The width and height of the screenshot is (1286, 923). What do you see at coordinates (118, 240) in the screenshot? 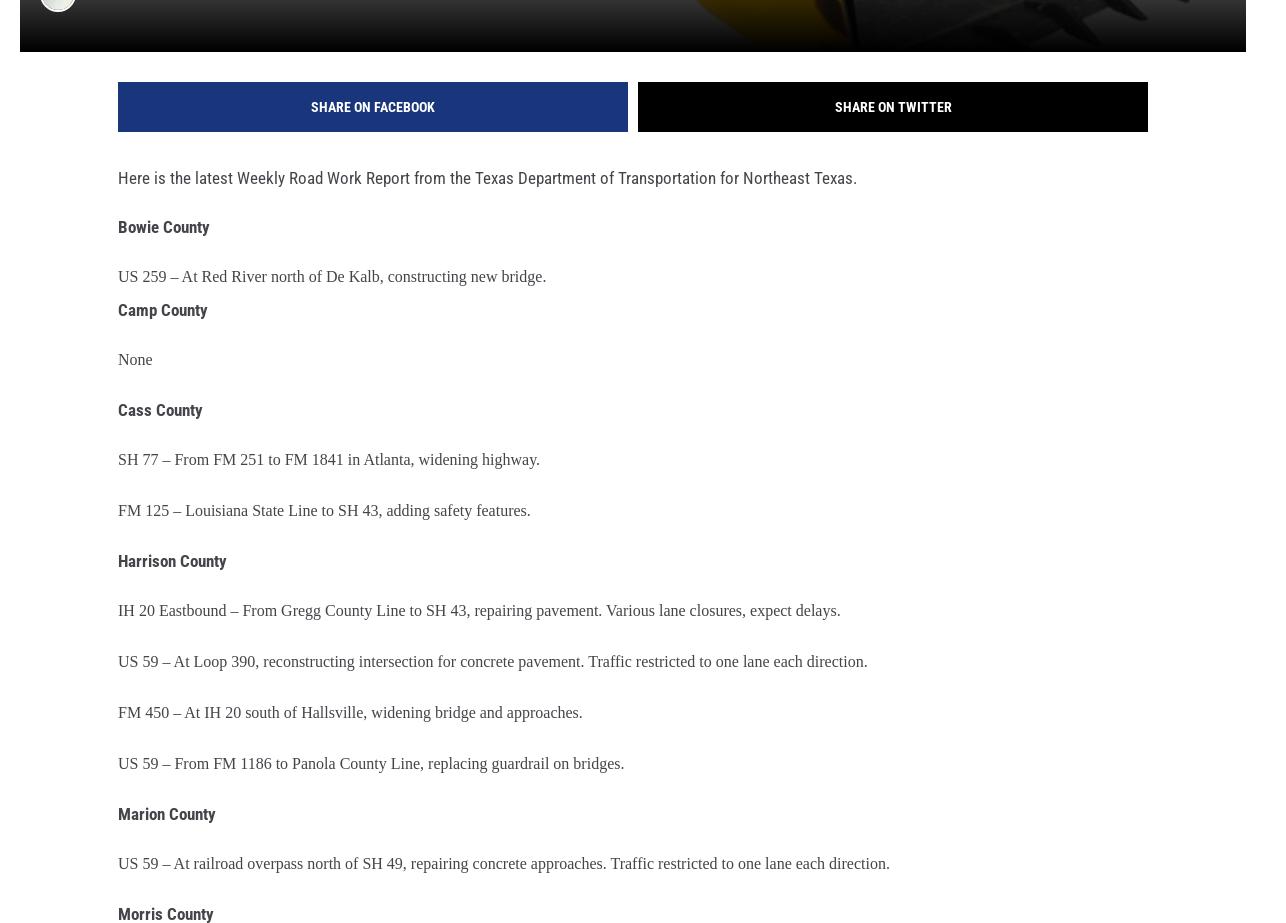
I see `'Bowie County'` at bounding box center [118, 240].